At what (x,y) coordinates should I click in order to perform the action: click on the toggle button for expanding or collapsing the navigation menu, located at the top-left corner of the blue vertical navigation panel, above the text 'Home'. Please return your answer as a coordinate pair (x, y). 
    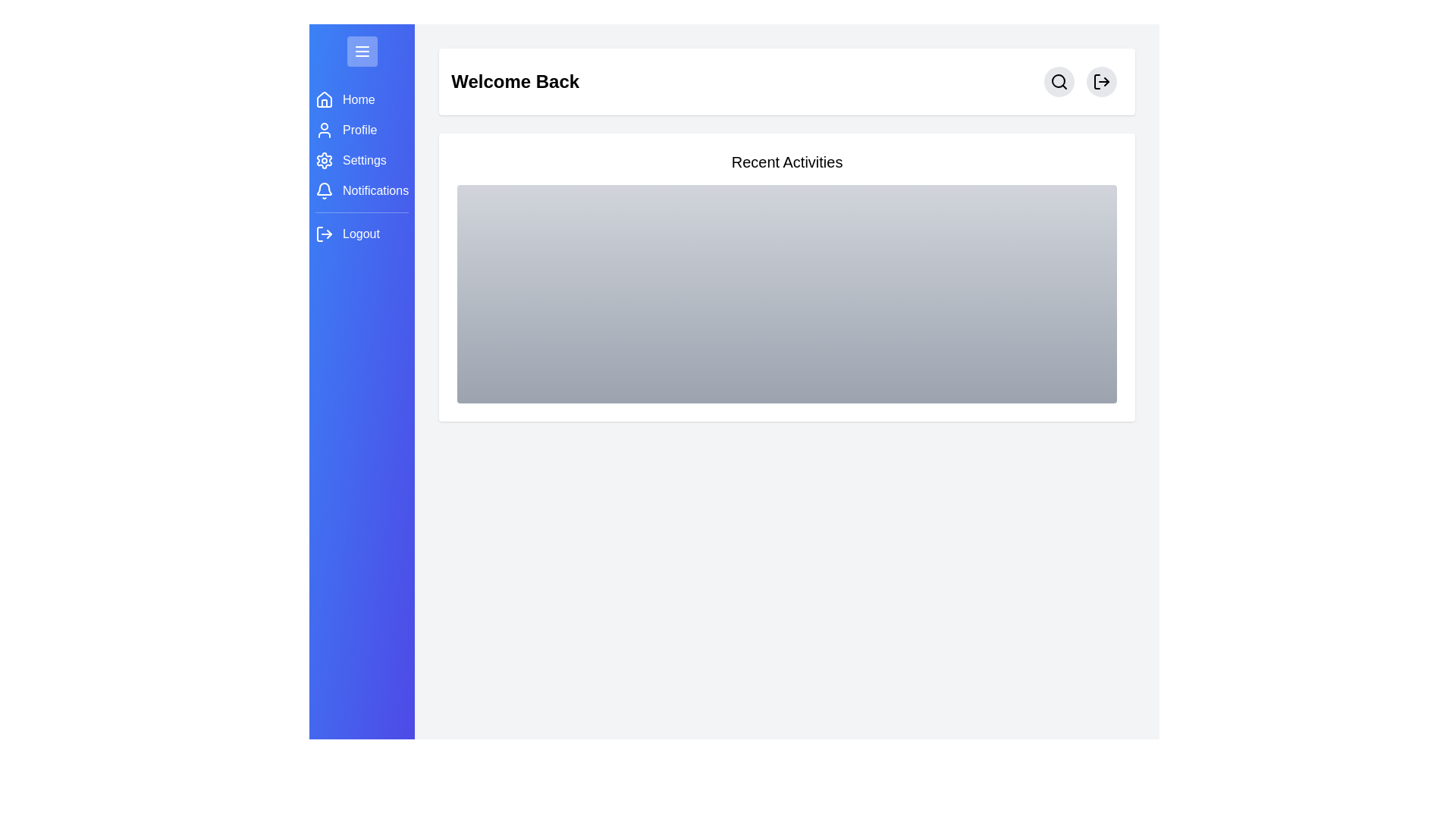
    Looking at the image, I should click on (361, 51).